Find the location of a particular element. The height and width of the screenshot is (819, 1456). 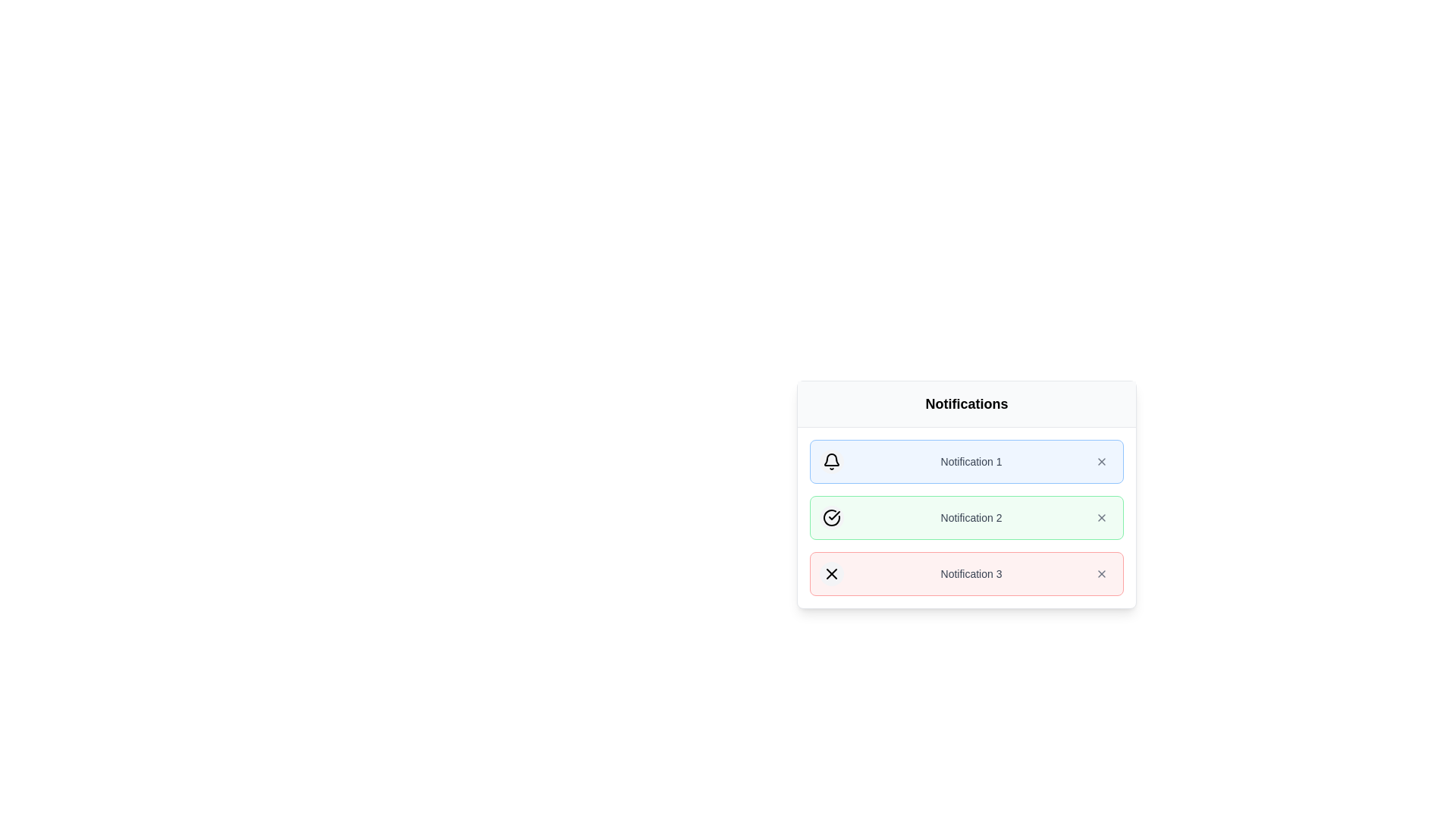

the label displaying the title or description for the associated notification, which is centrally aligned within the green-bordered card and is the second notification from the top in the list is located at coordinates (971, 516).